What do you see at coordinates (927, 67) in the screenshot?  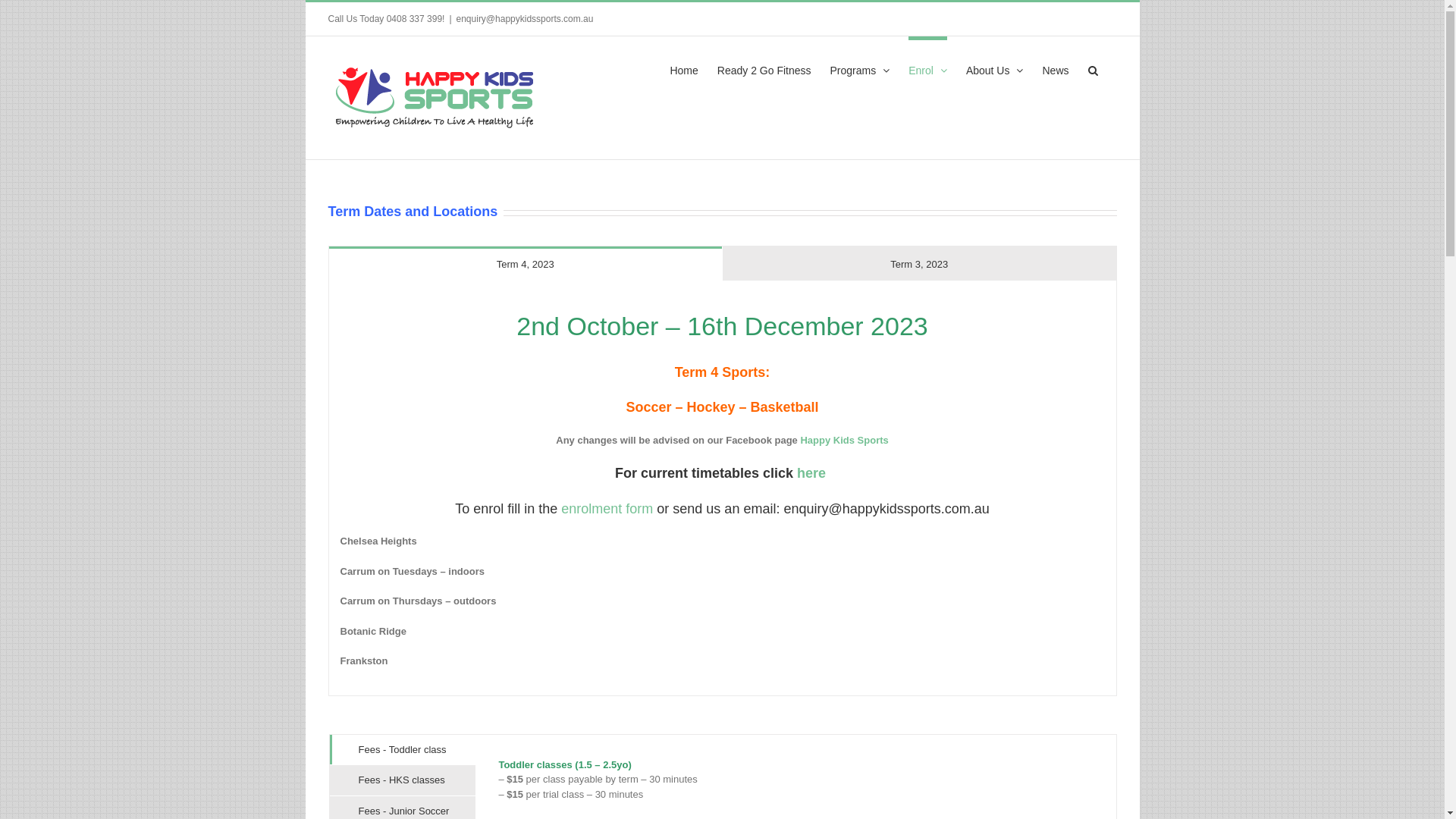 I see `'Enrol'` at bounding box center [927, 67].